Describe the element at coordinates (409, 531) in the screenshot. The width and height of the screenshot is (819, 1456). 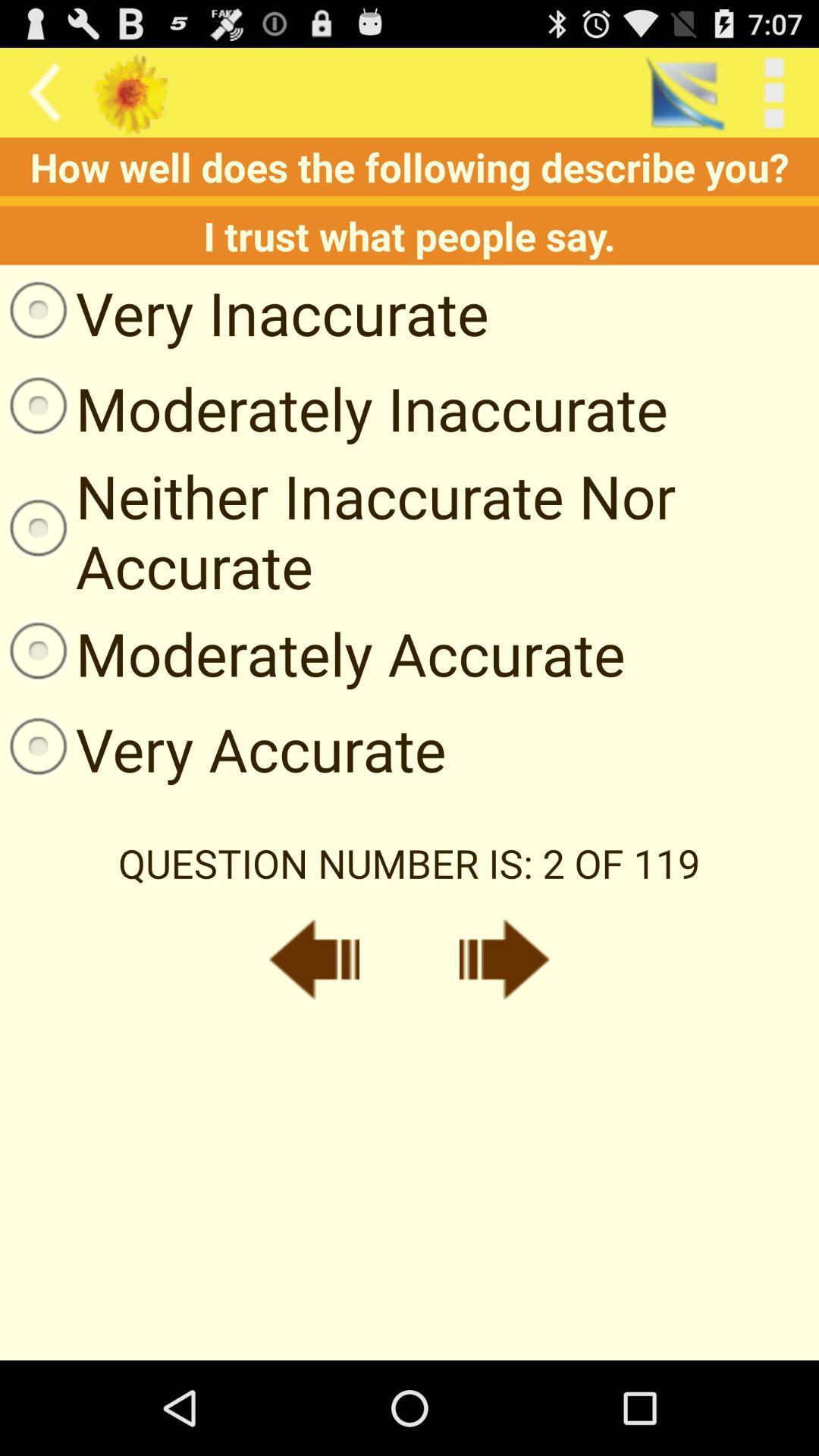
I see `neither inaccurate nor` at that location.